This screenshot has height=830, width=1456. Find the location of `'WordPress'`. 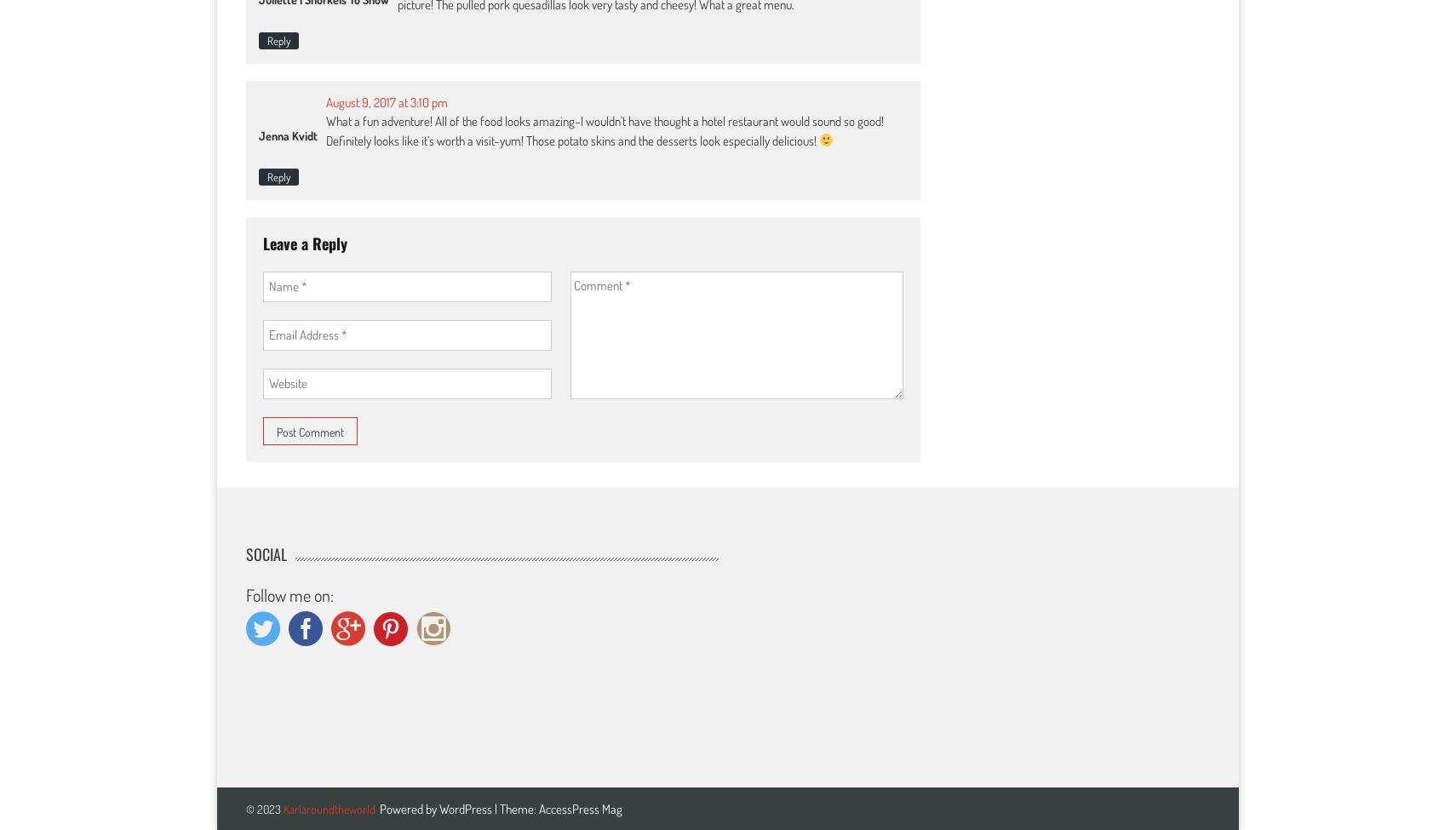

'WordPress' is located at coordinates (439, 807).